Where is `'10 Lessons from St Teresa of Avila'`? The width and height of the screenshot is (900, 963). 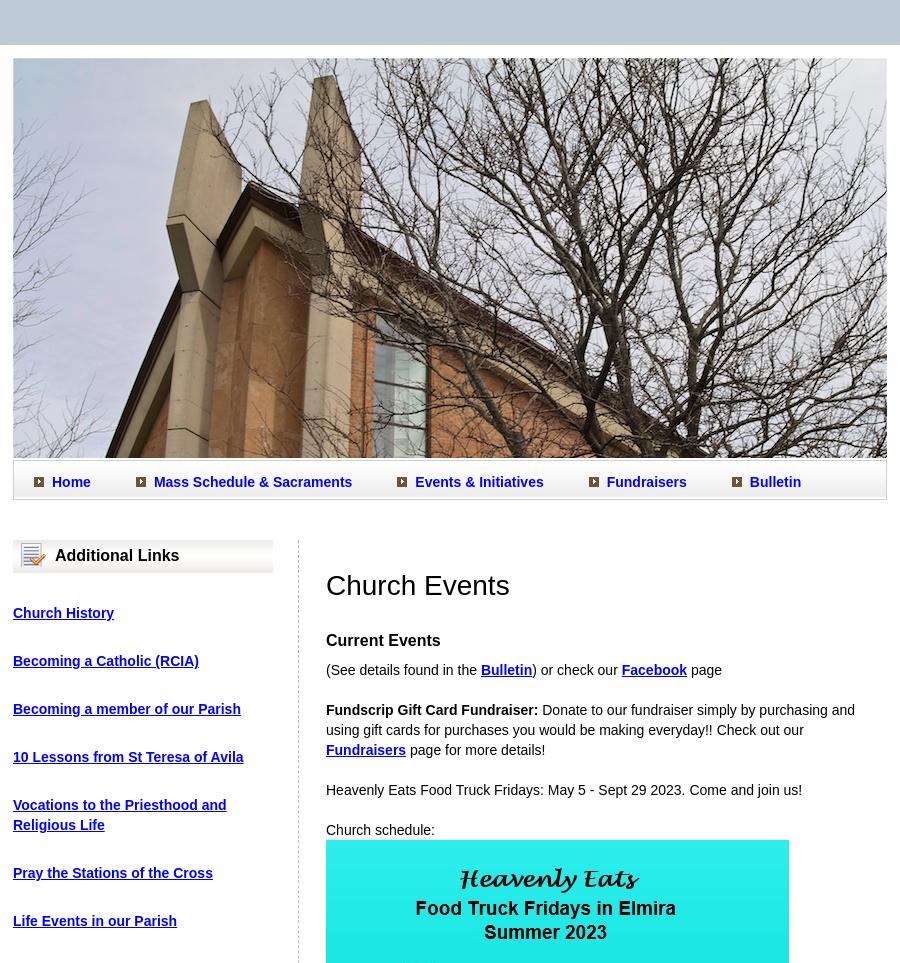 '10 Lessons from St Teresa of Avila' is located at coordinates (127, 757).